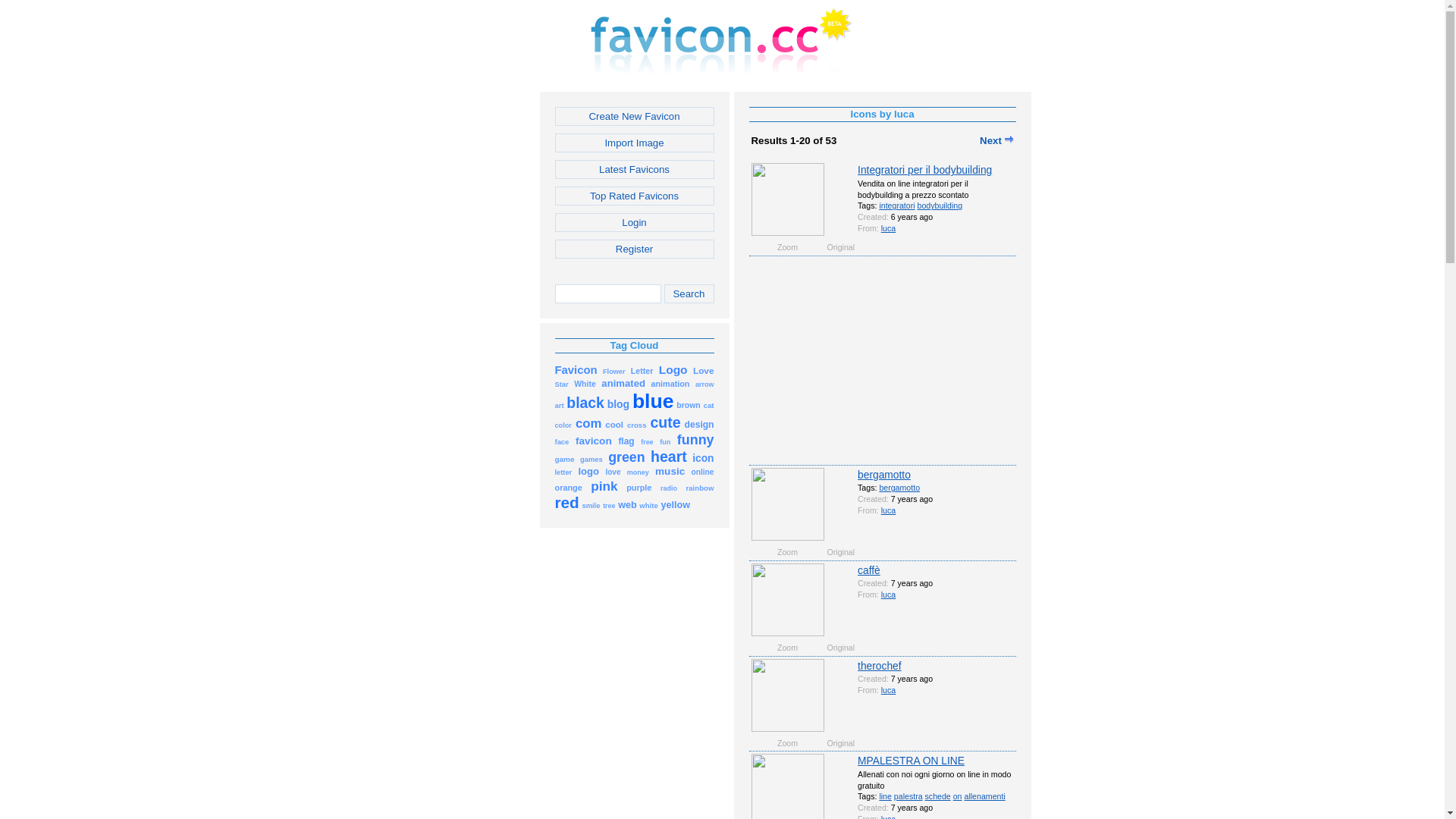 This screenshot has width=1456, height=819. Describe the element at coordinates (612, 470) in the screenshot. I see `'love'` at that location.